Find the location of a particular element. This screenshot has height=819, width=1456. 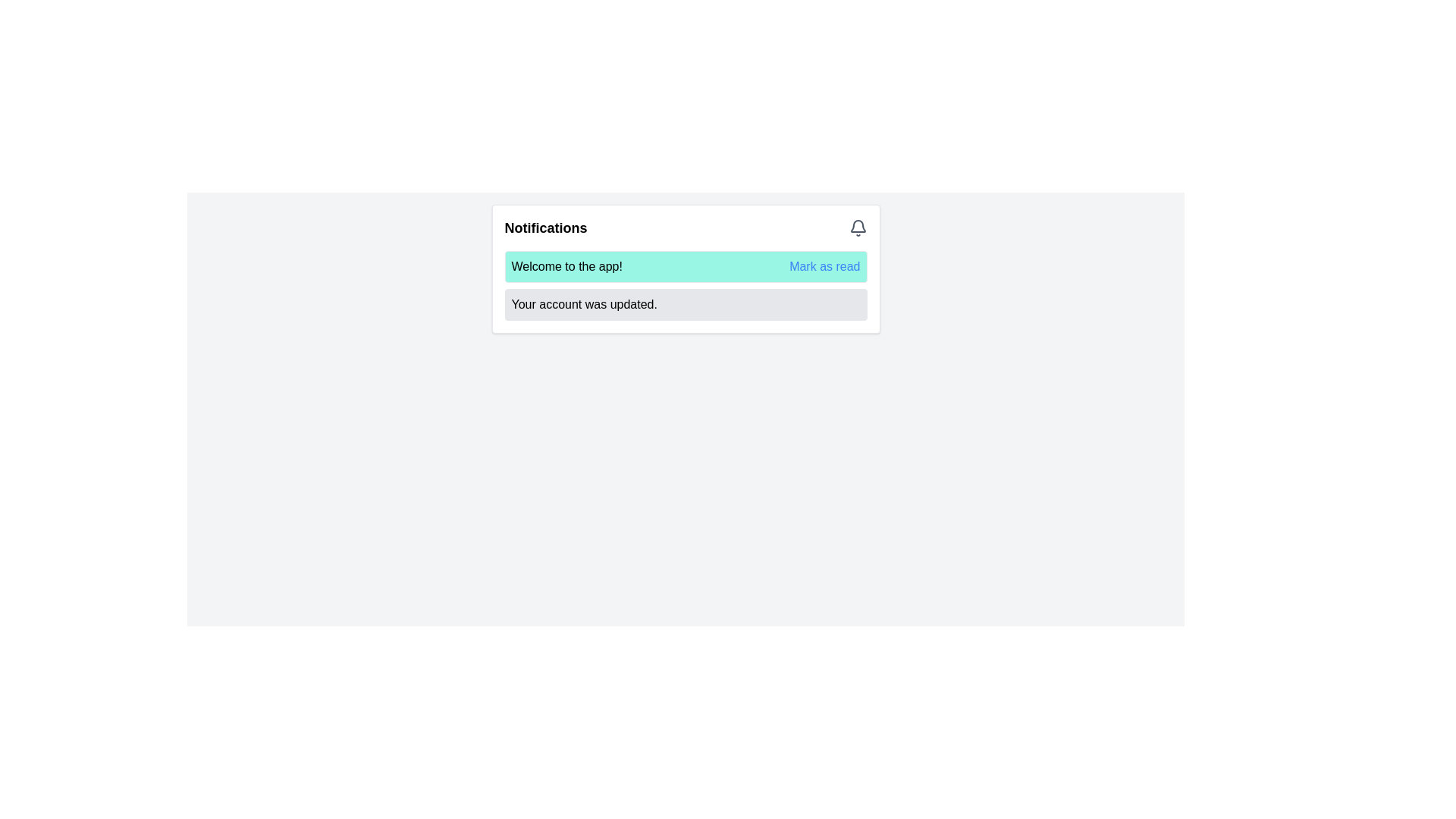

the bell icon located at the top-right corner of the notification section, next to the 'Notifications' text is located at coordinates (858, 227).